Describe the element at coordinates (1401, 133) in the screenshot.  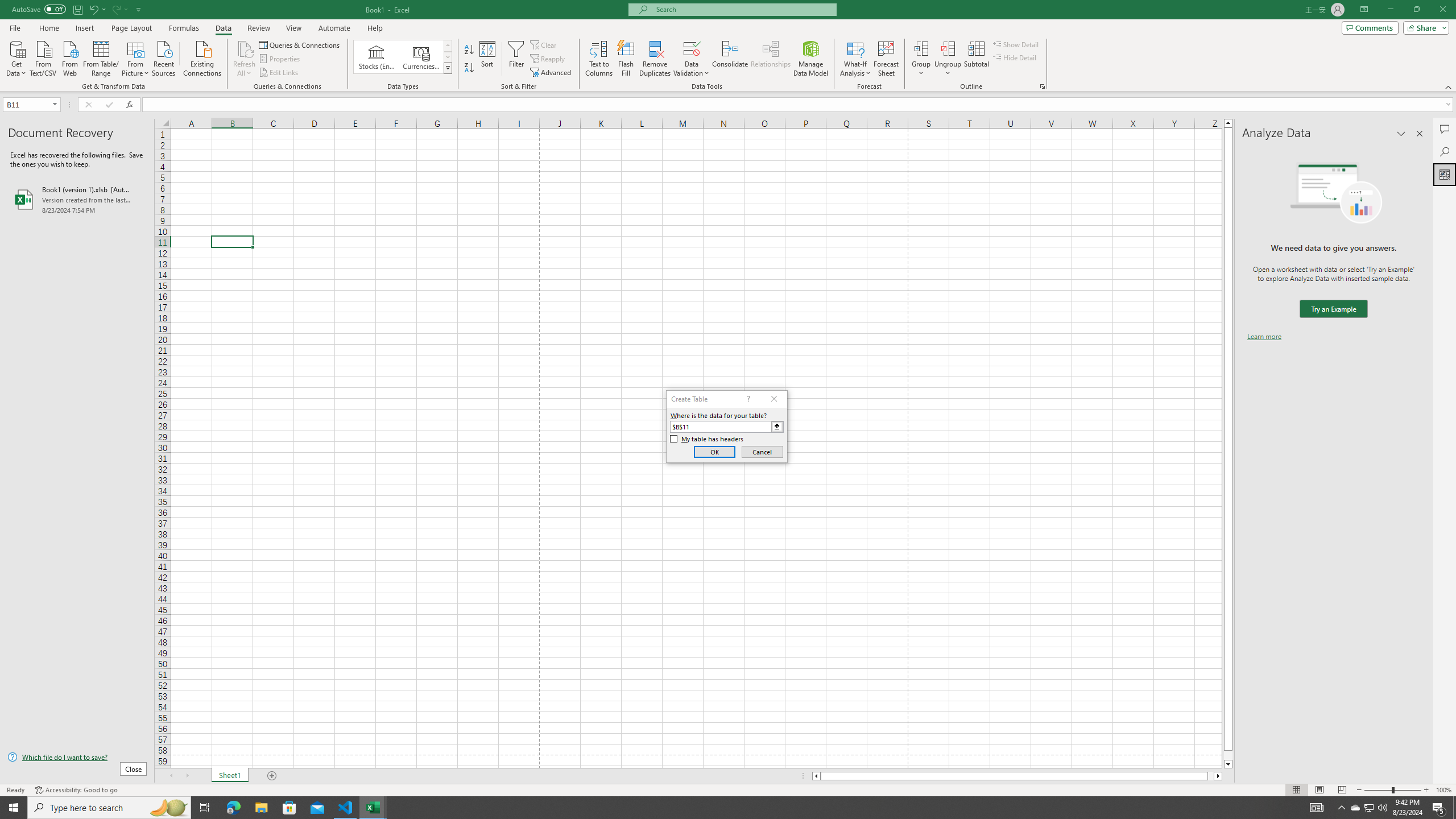
I see `'Task Pane Options'` at that location.